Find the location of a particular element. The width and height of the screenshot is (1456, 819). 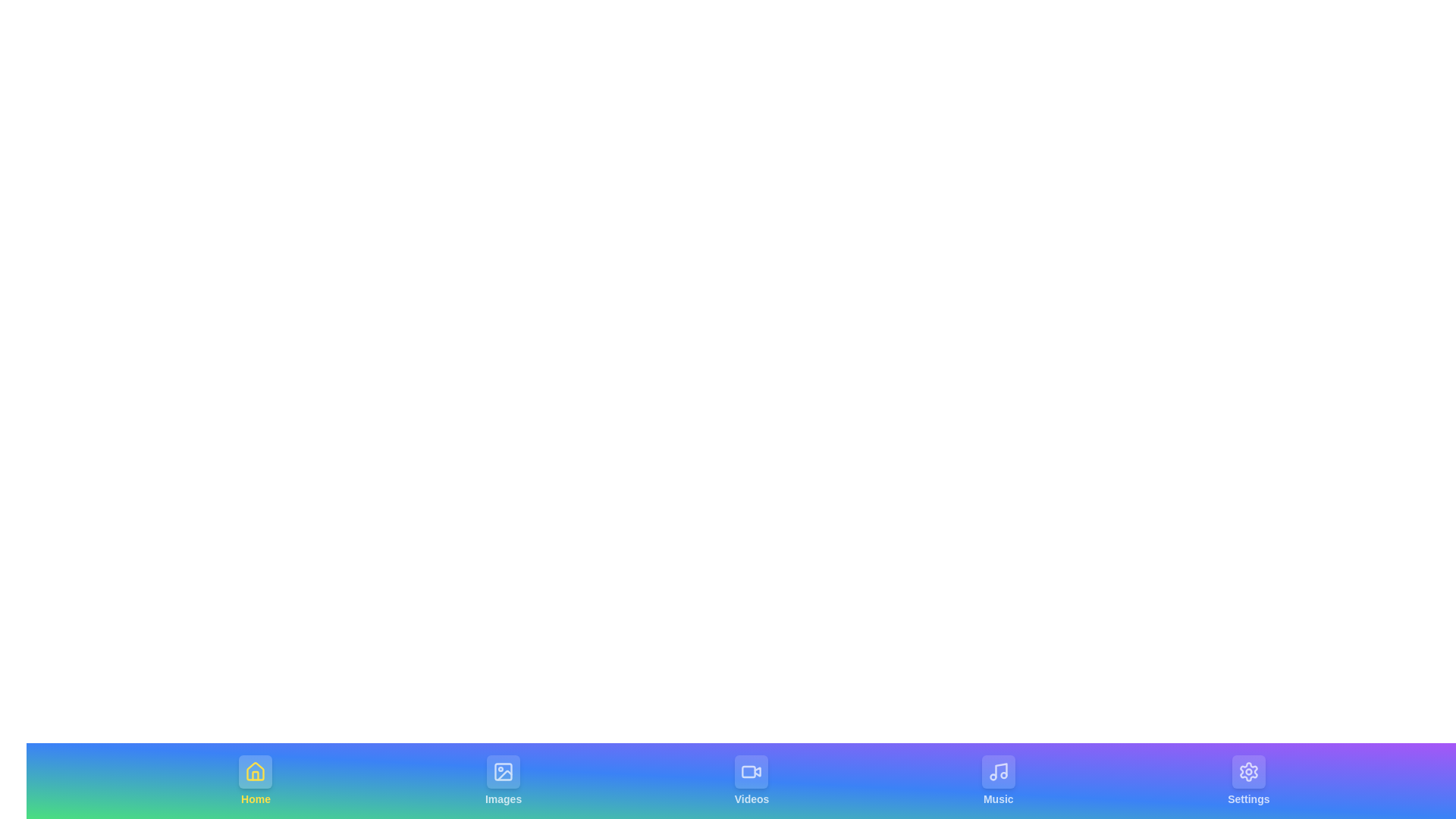

the tab corresponding to Images is located at coordinates (504, 780).